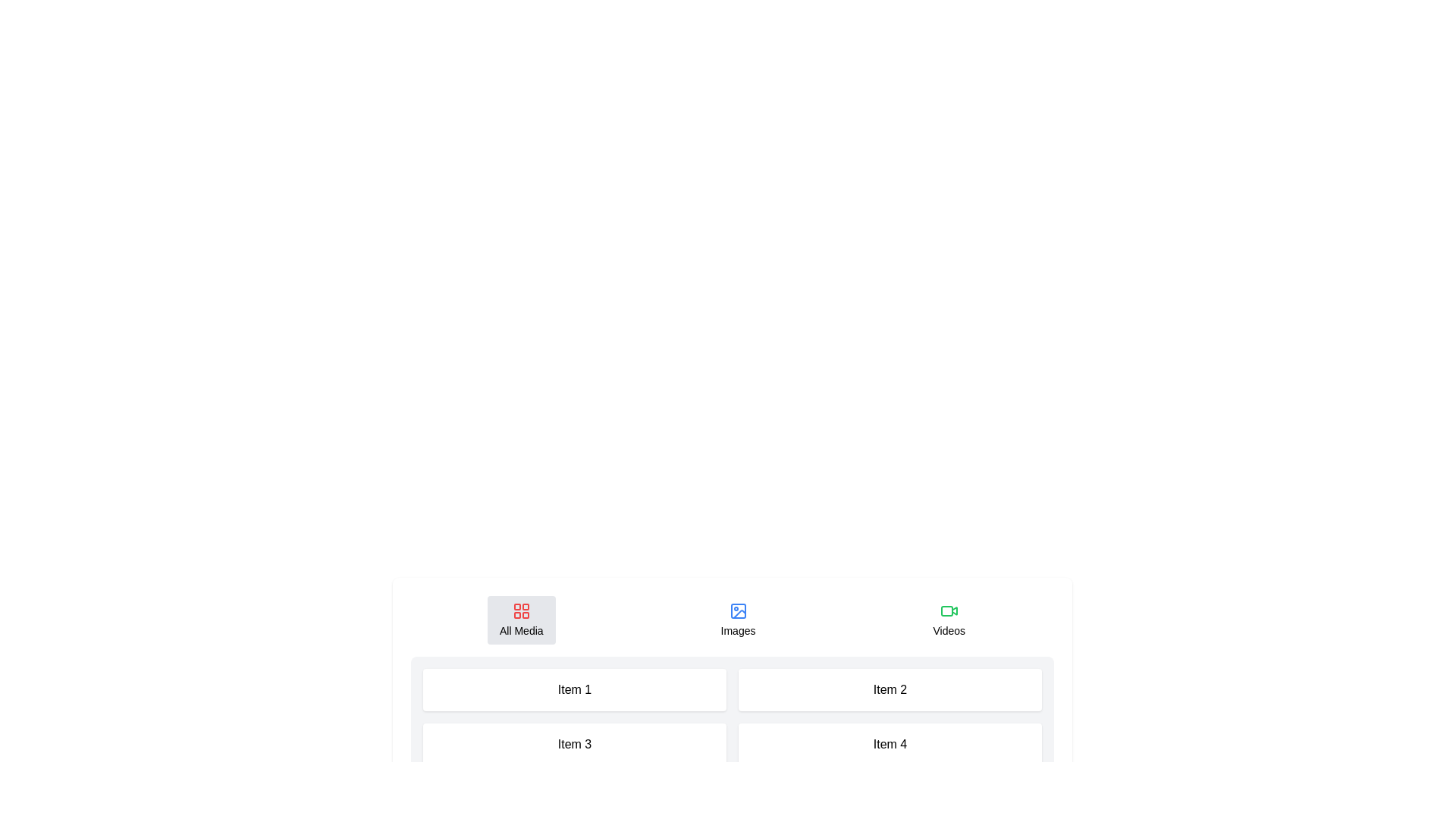 The image size is (1456, 819). Describe the element at coordinates (521, 620) in the screenshot. I see `the 'All Media' tab to view all items` at that location.